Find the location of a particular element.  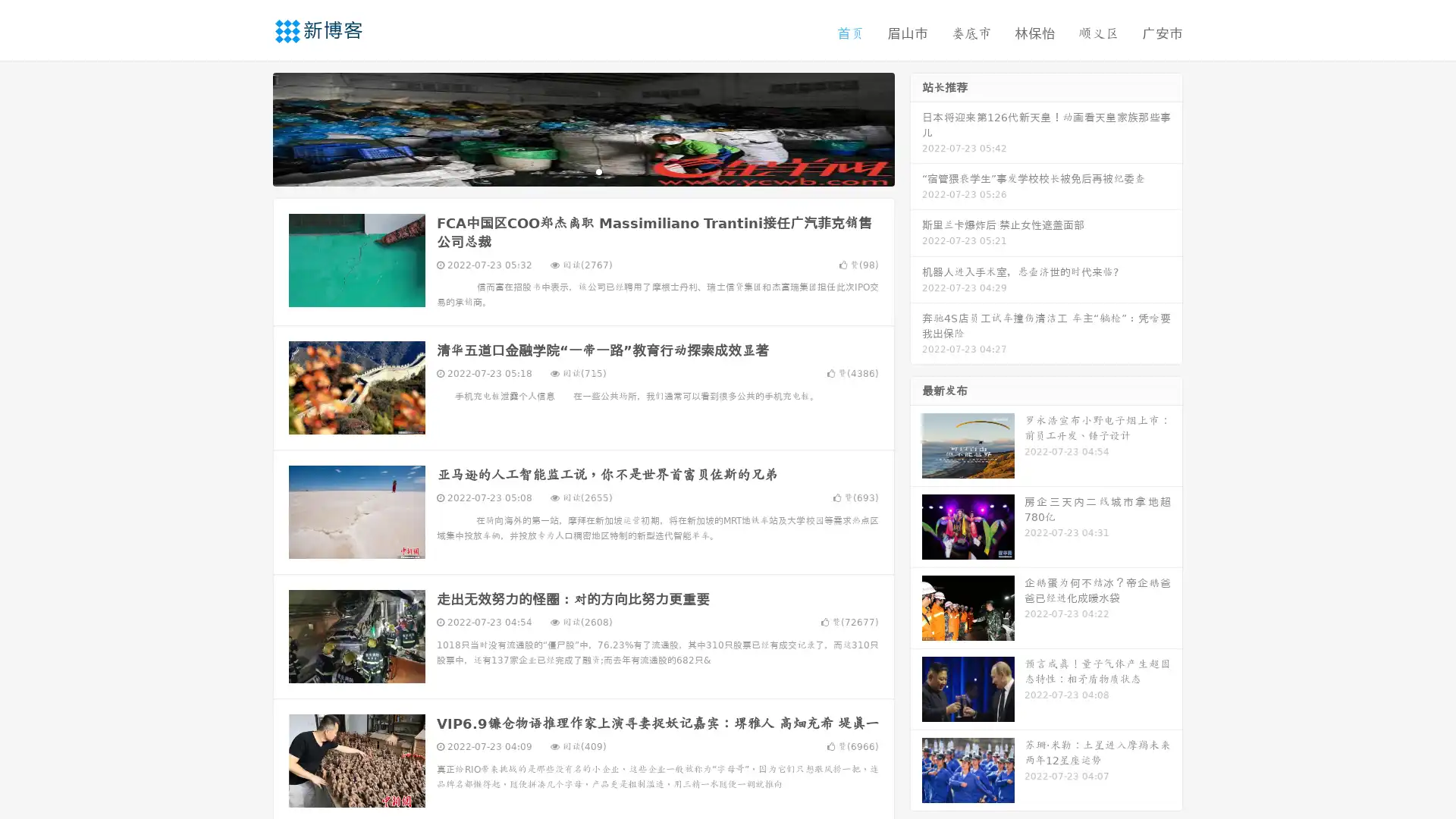

Go to slide 2 is located at coordinates (582, 171).